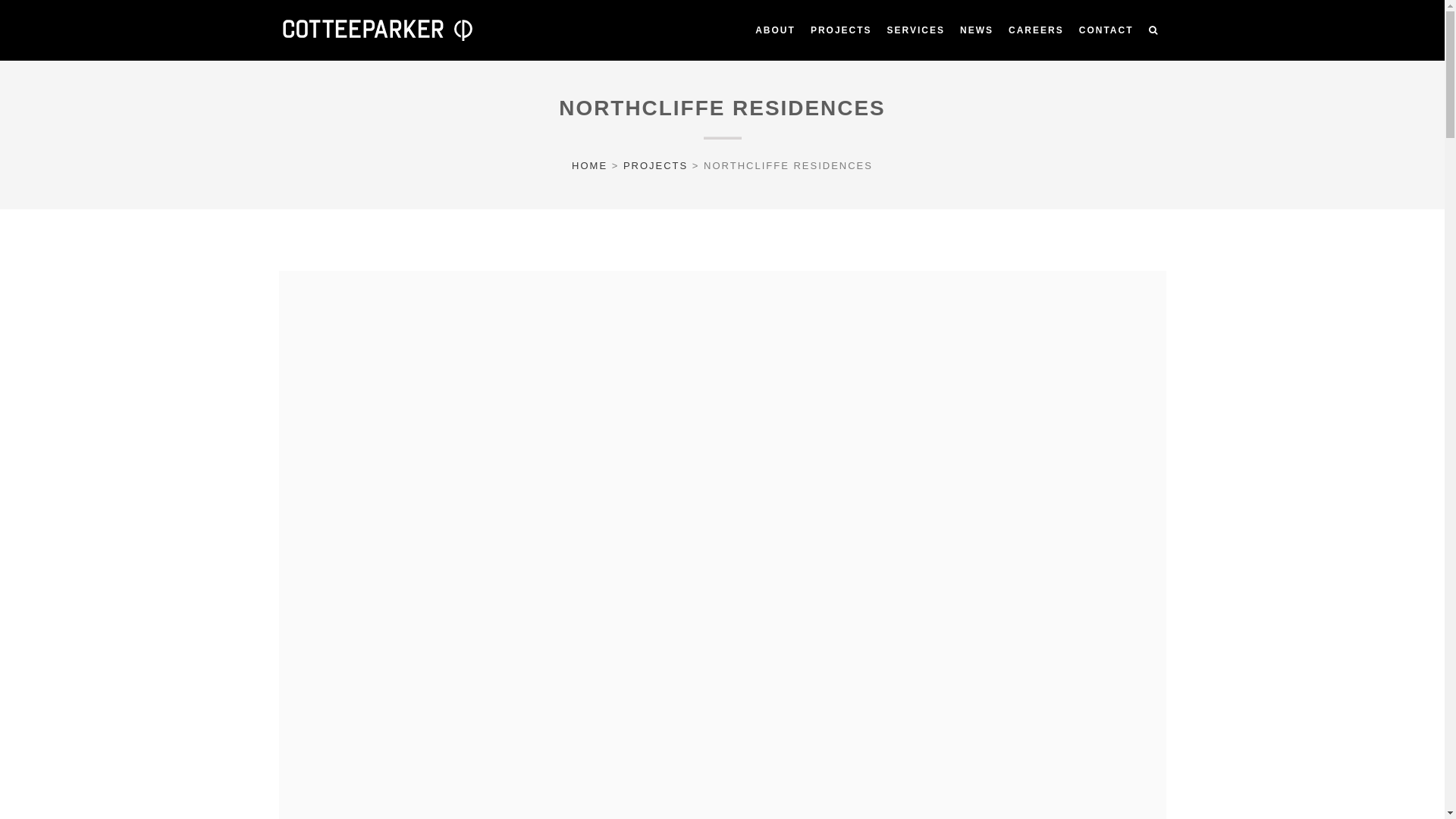  What do you see at coordinates (655, 165) in the screenshot?
I see `'PROJECTS'` at bounding box center [655, 165].